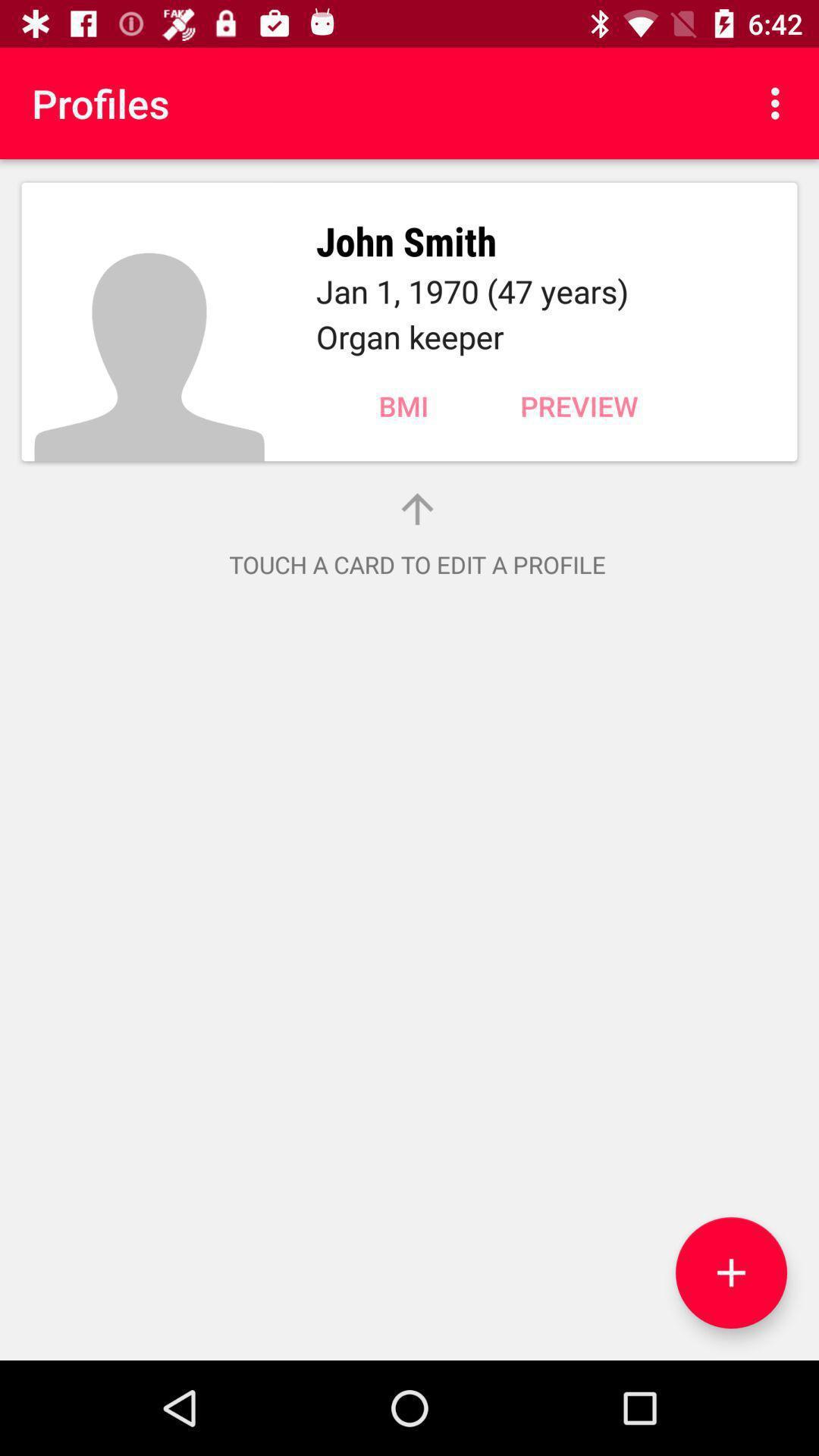 The width and height of the screenshot is (819, 1456). What do you see at coordinates (779, 102) in the screenshot?
I see `the item to the right of profiles icon` at bounding box center [779, 102].